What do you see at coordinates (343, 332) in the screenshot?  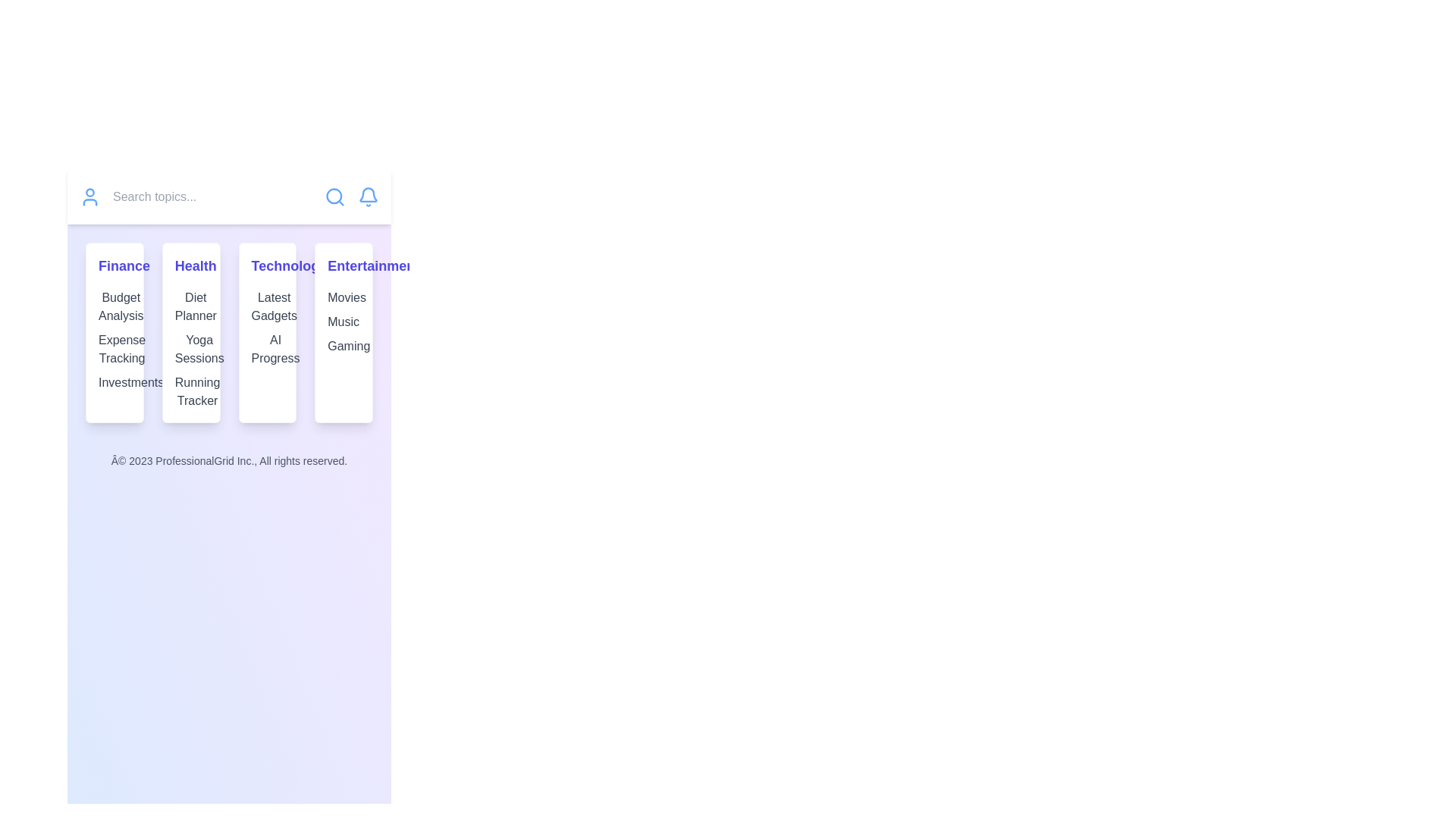 I see `the fourth navigational card related to 'Entertainment' positioned in a grid` at bounding box center [343, 332].